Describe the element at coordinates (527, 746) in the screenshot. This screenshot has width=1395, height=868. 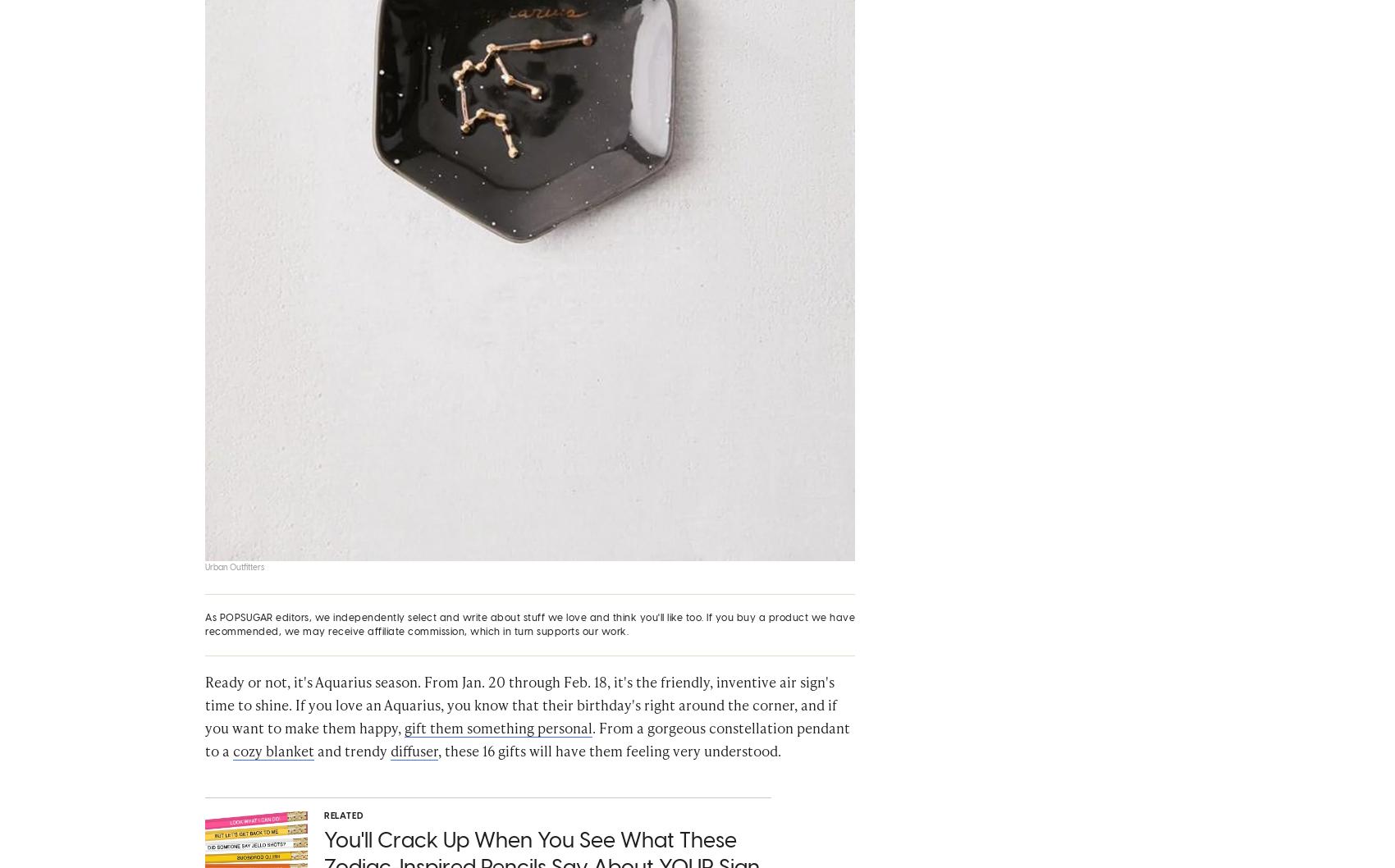
I see `'. From a gorgeous constellation pendant to a'` at that location.